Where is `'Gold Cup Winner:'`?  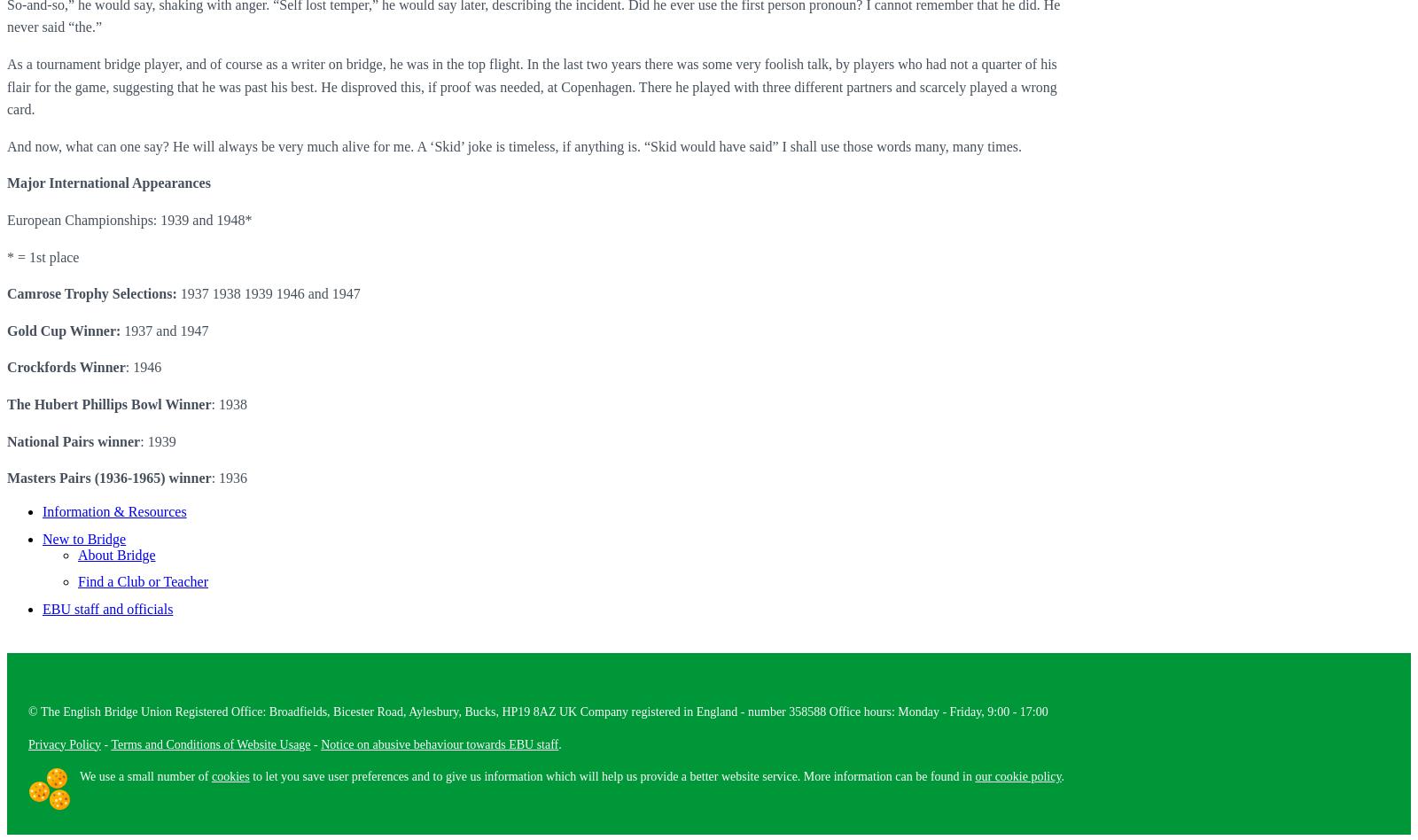 'Gold Cup Winner:' is located at coordinates (63, 329).